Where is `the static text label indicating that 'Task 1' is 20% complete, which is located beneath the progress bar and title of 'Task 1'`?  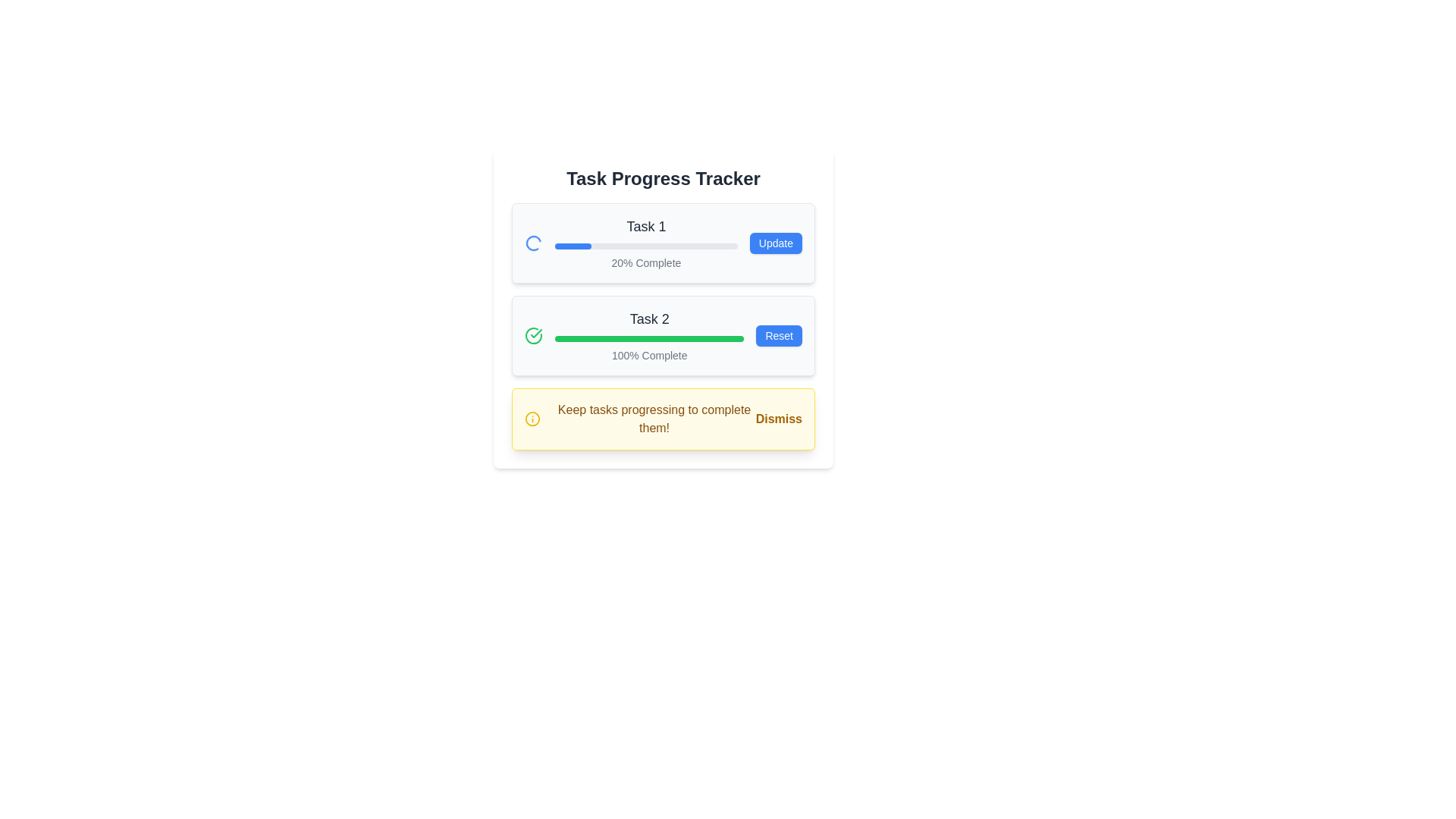
the static text label indicating that 'Task 1' is 20% complete, which is located beneath the progress bar and title of 'Task 1' is located at coordinates (646, 262).